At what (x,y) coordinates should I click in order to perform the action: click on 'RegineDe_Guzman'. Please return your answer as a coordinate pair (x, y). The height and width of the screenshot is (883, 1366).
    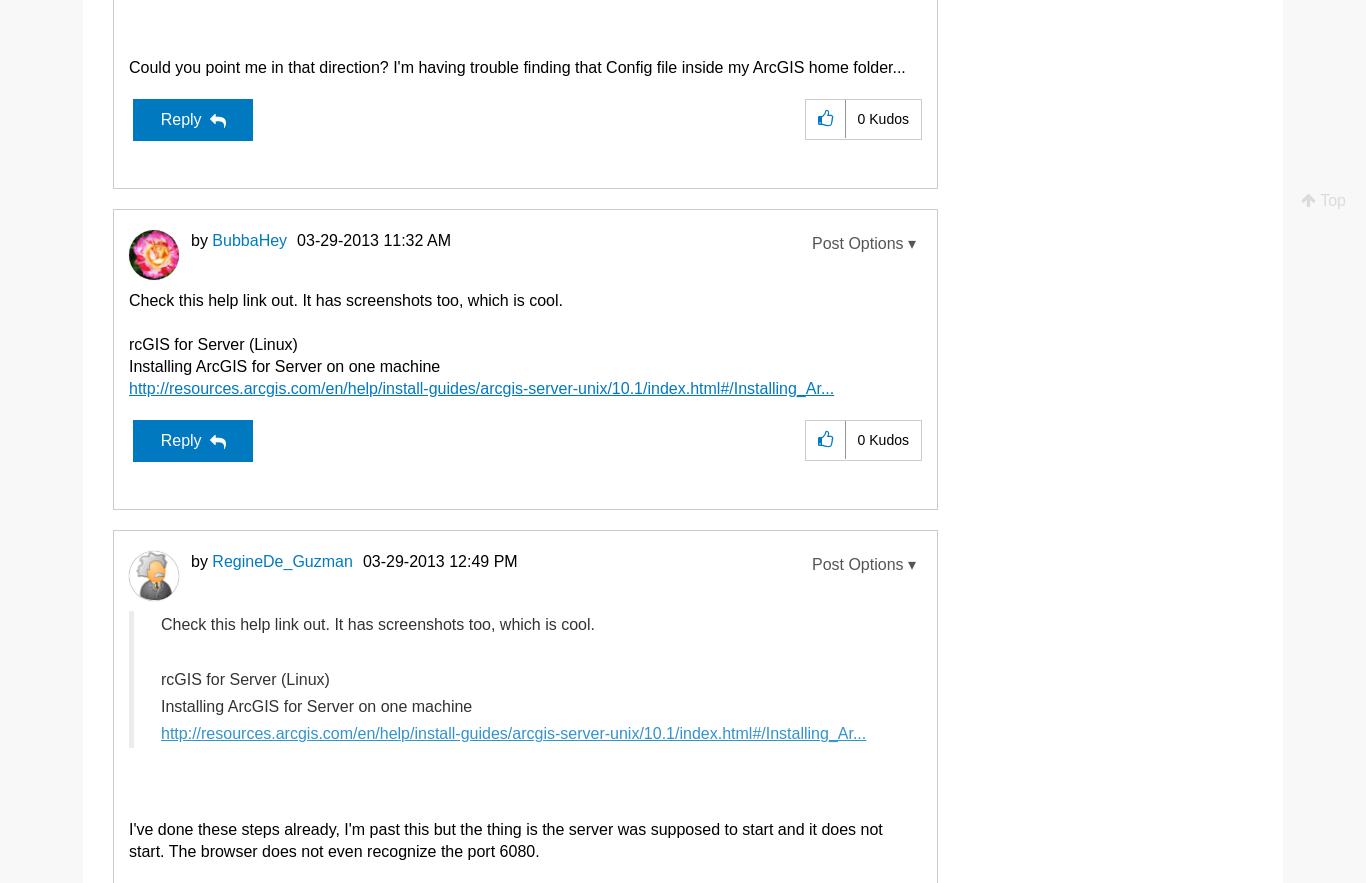
    Looking at the image, I should click on (281, 560).